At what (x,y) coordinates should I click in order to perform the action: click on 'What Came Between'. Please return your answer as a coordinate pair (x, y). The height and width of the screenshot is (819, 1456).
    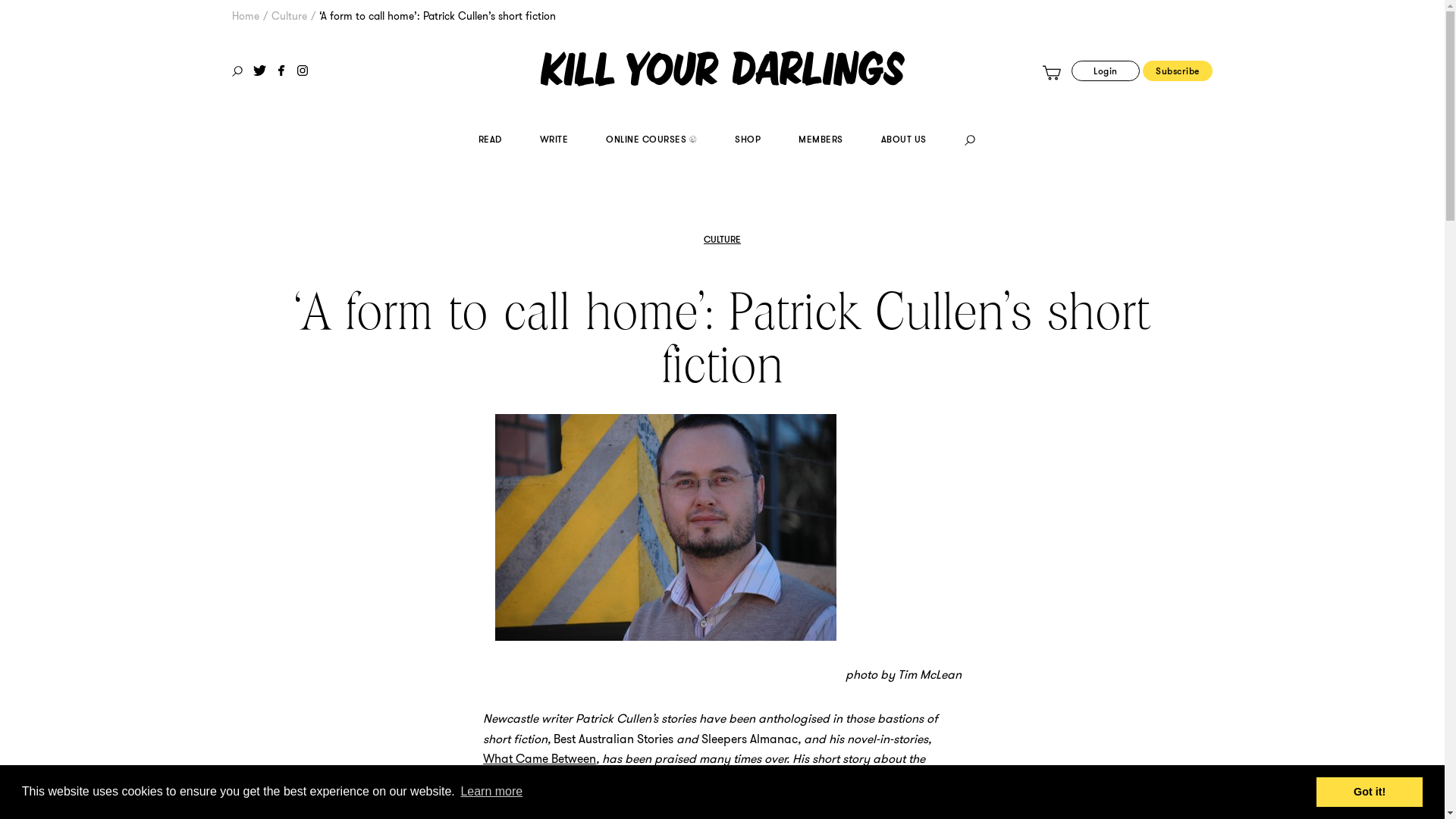
    Looking at the image, I should click on (539, 758).